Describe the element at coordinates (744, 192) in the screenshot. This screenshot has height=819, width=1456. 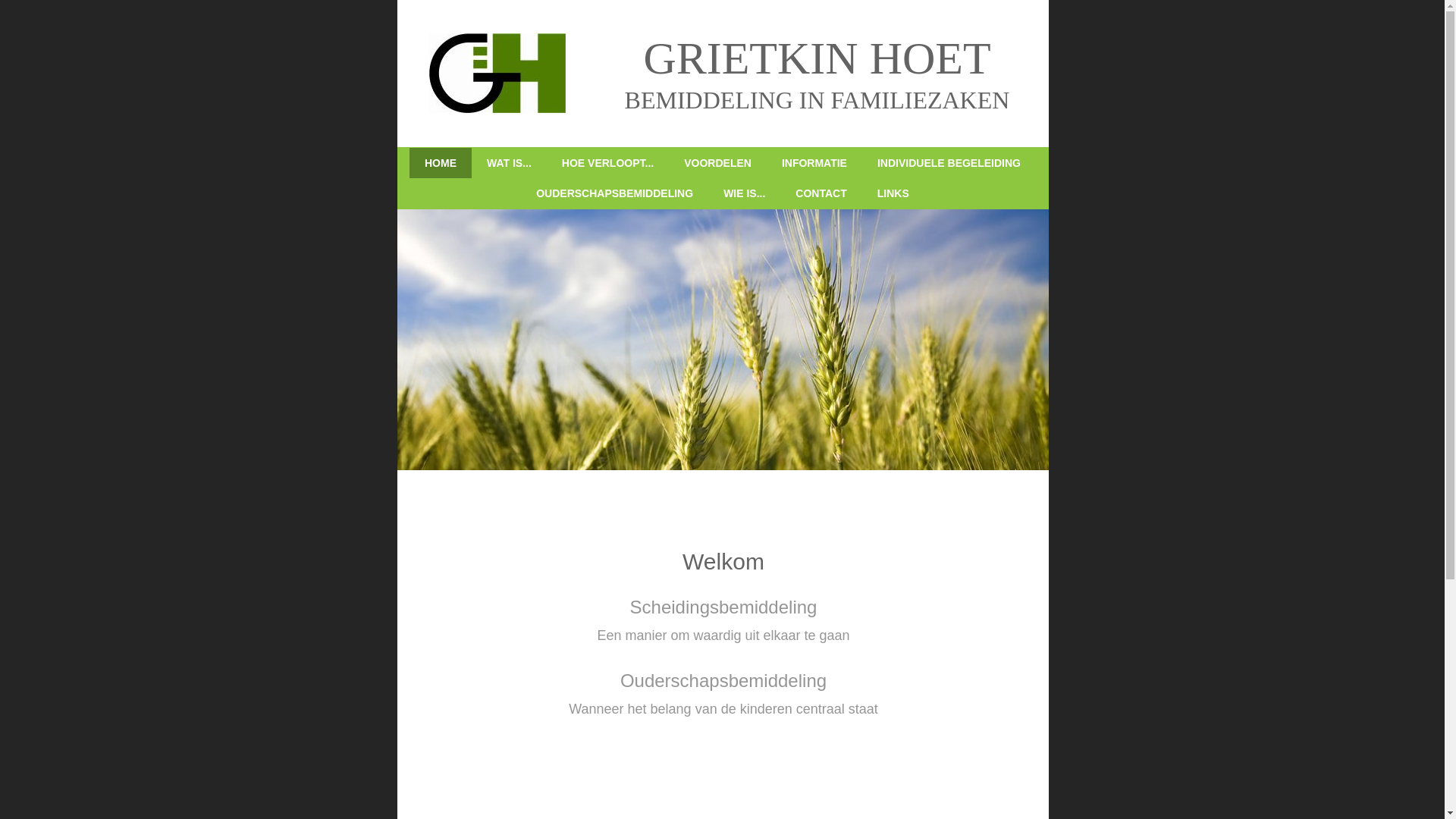
I see `'WIE IS...'` at that location.